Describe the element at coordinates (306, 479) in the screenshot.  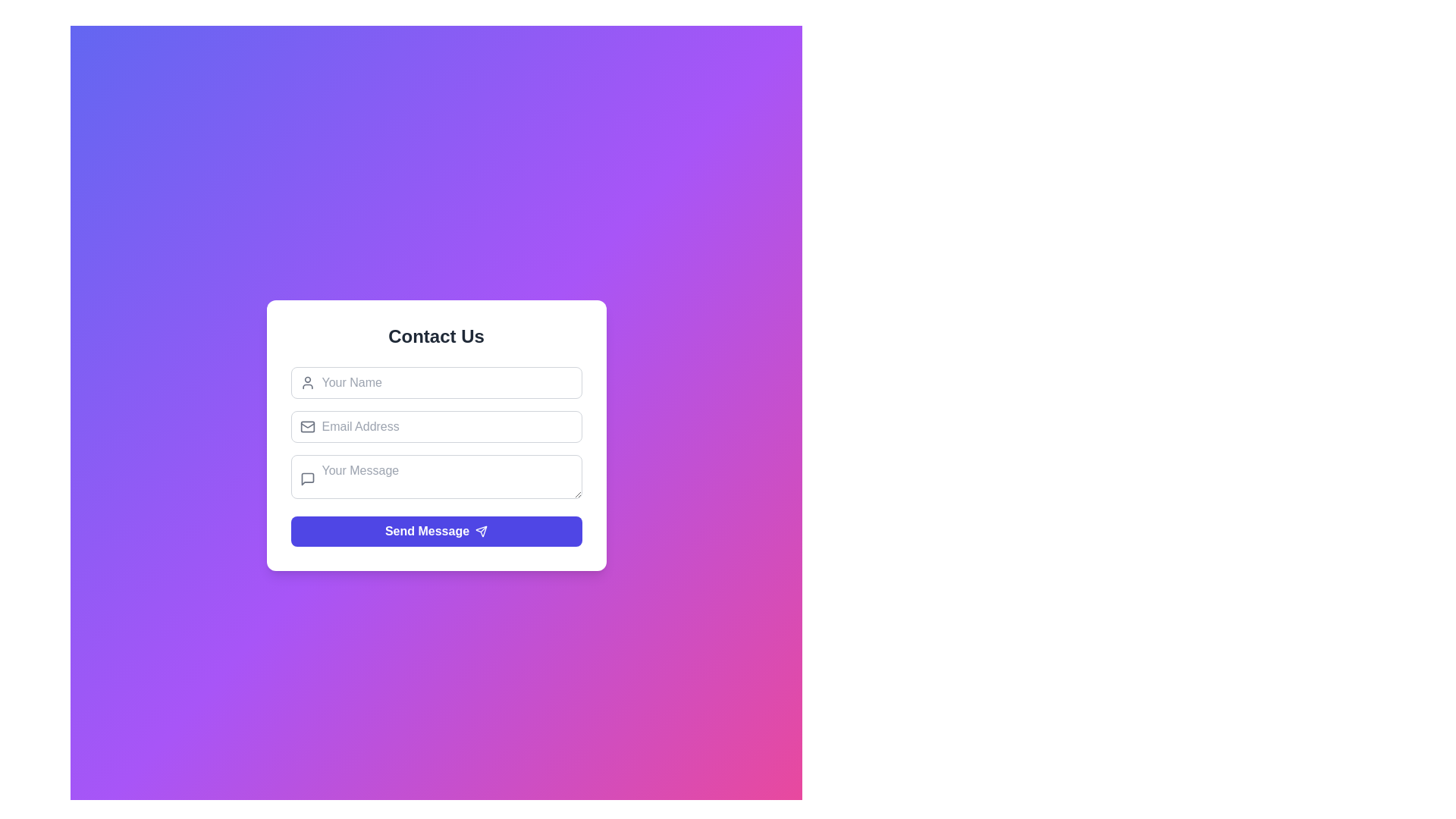
I see `the small speech-bubble icon located to the left of the 'Your Message' text input field in the contact form` at that location.